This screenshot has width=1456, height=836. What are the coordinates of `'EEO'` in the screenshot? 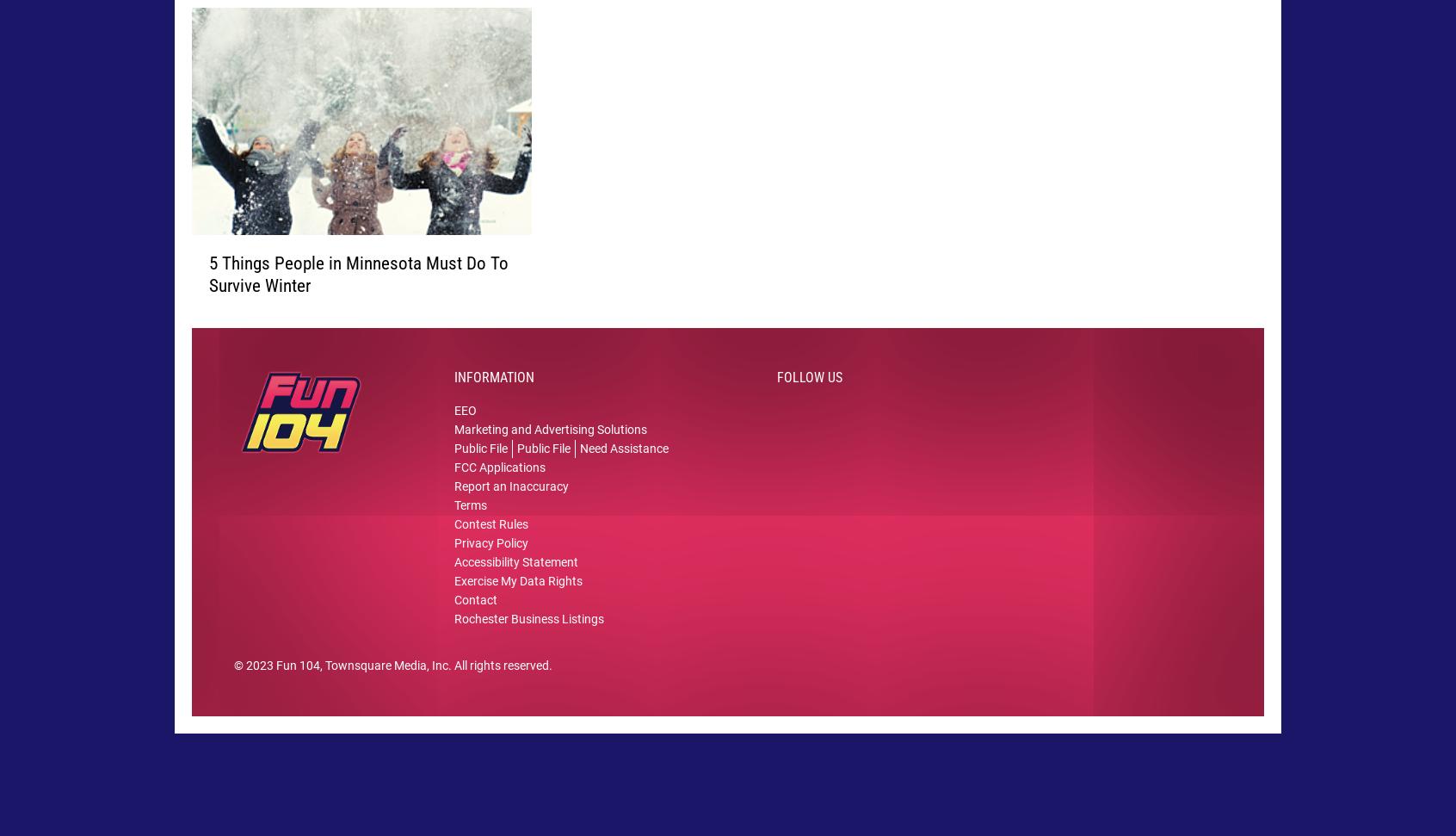 It's located at (465, 437).